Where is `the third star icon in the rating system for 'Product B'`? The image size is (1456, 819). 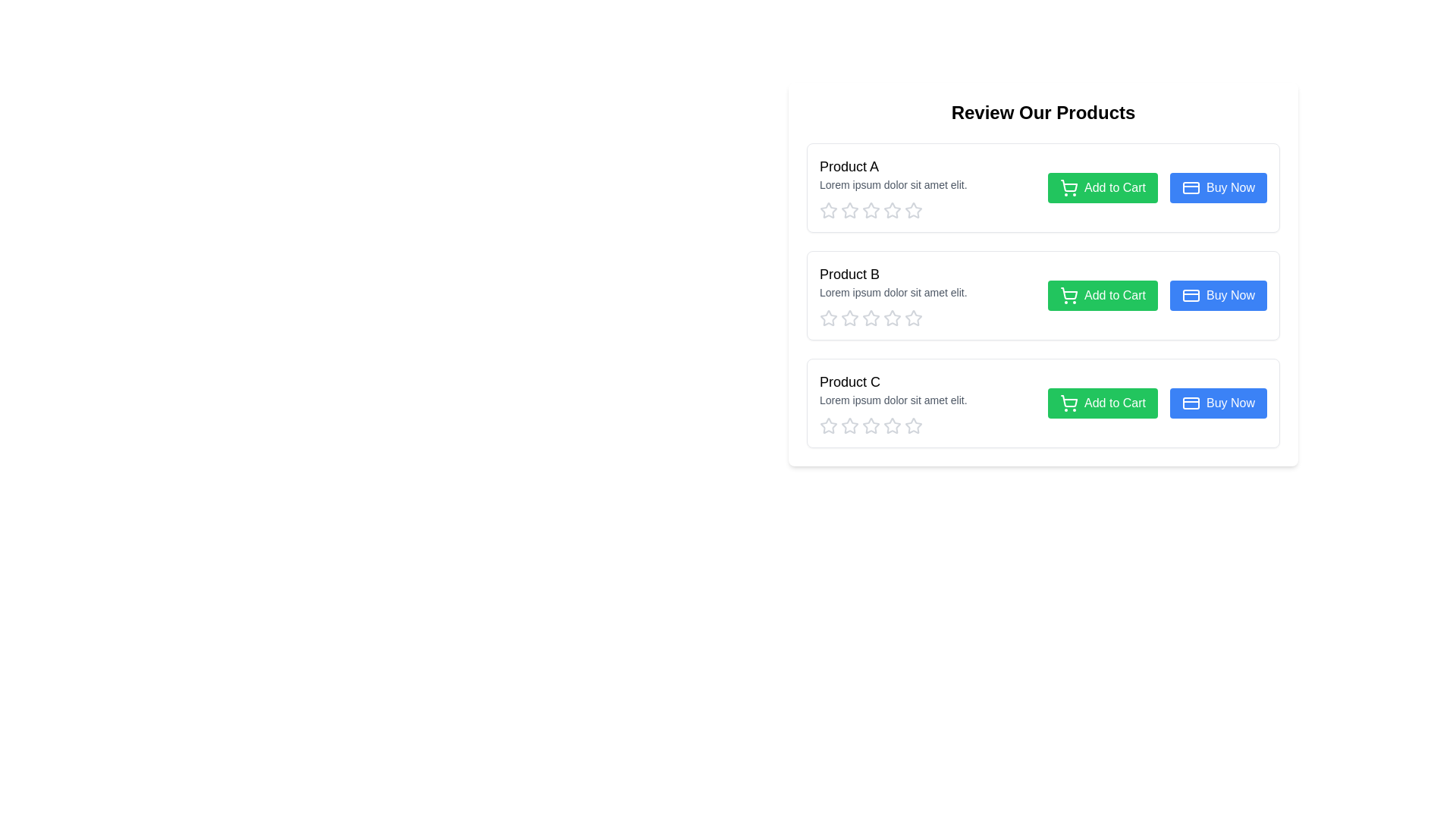
the third star icon in the rating system for 'Product B' is located at coordinates (871, 318).